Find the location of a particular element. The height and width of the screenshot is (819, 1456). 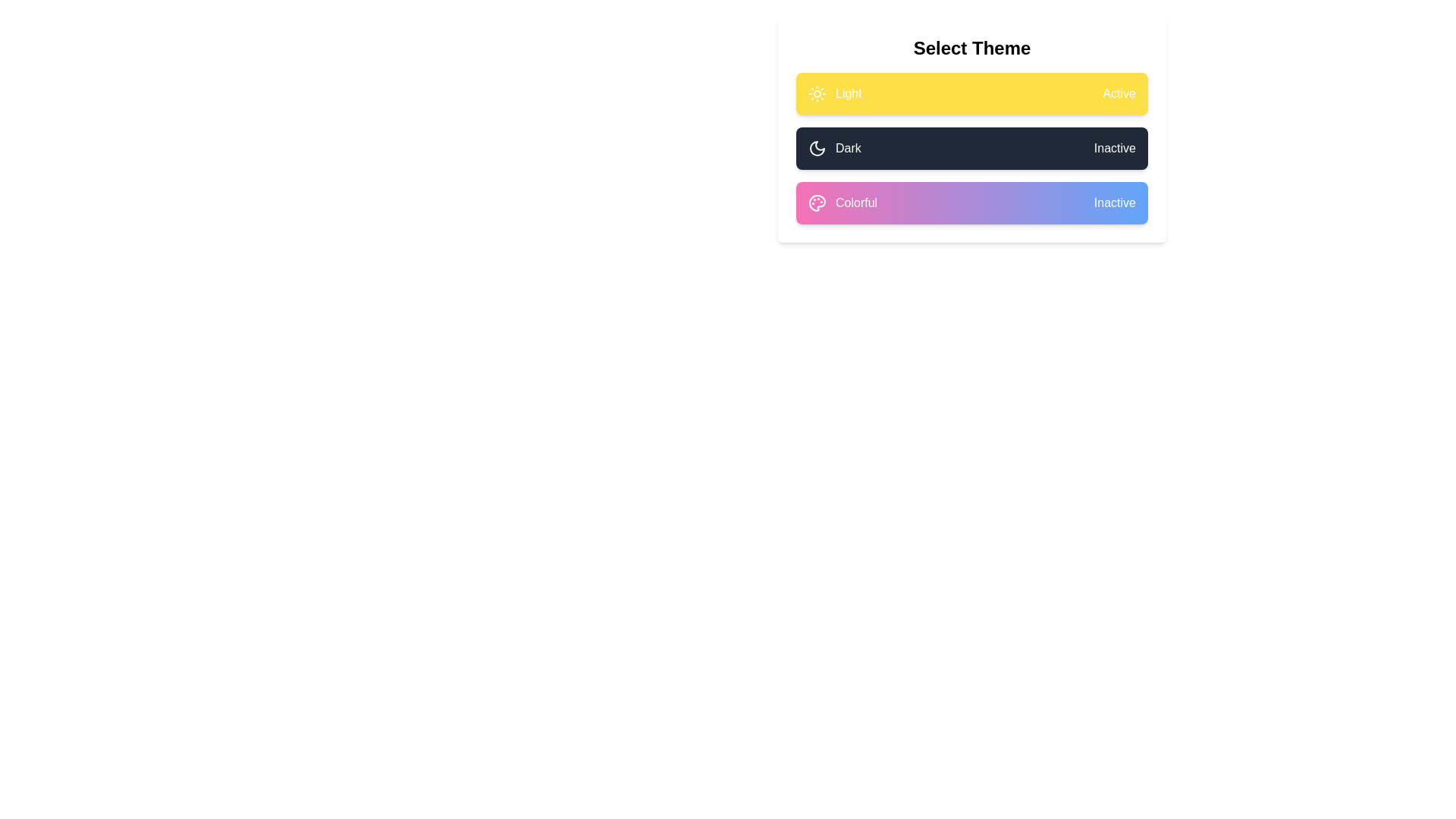

the label and icon for the theme Colorful is located at coordinates (971, 202).